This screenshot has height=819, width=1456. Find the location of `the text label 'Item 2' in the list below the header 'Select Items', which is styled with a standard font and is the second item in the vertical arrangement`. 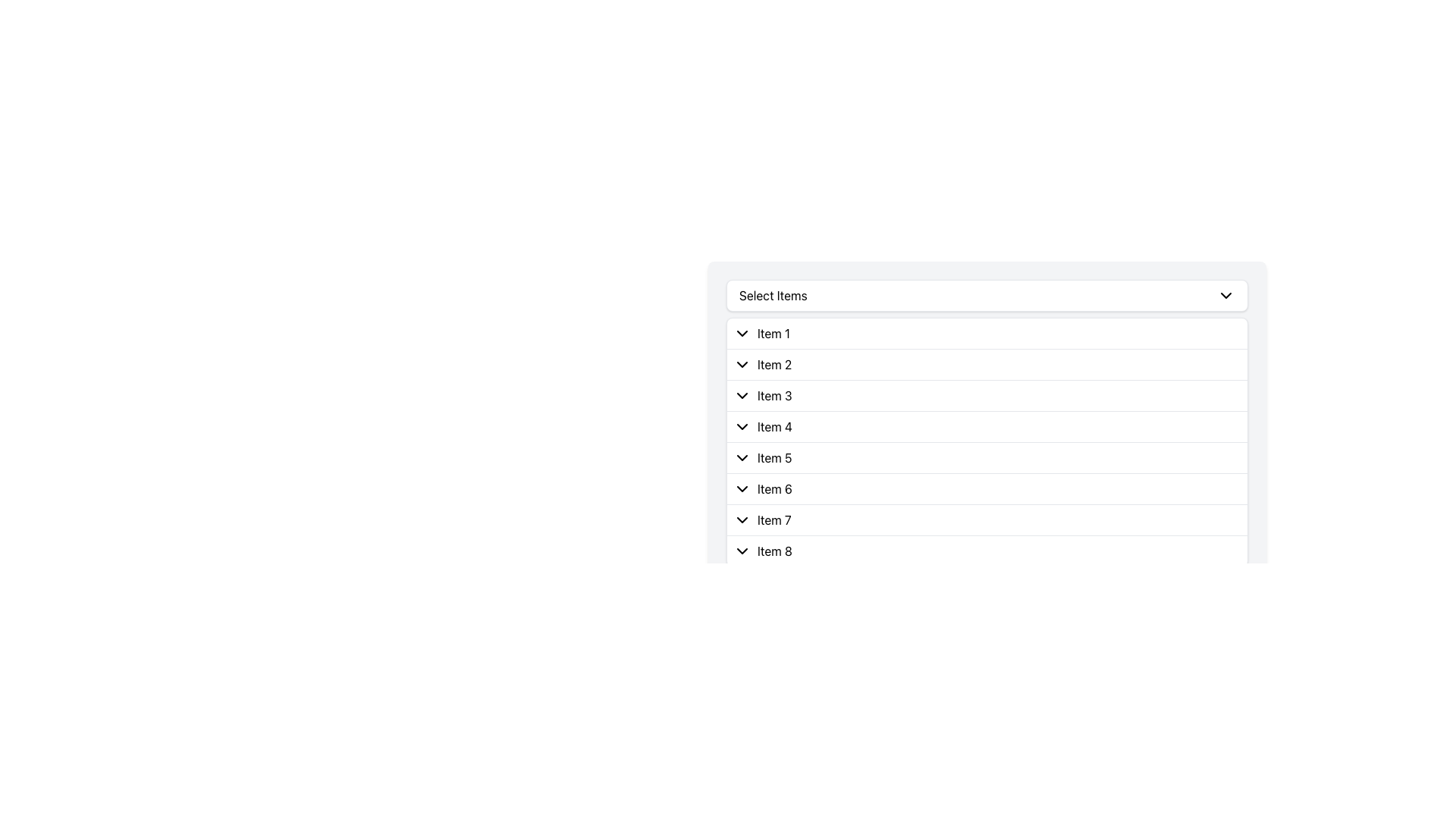

the text label 'Item 2' in the list below the header 'Select Items', which is styled with a standard font and is the second item in the vertical arrangement is located at coordinates (774, 365).